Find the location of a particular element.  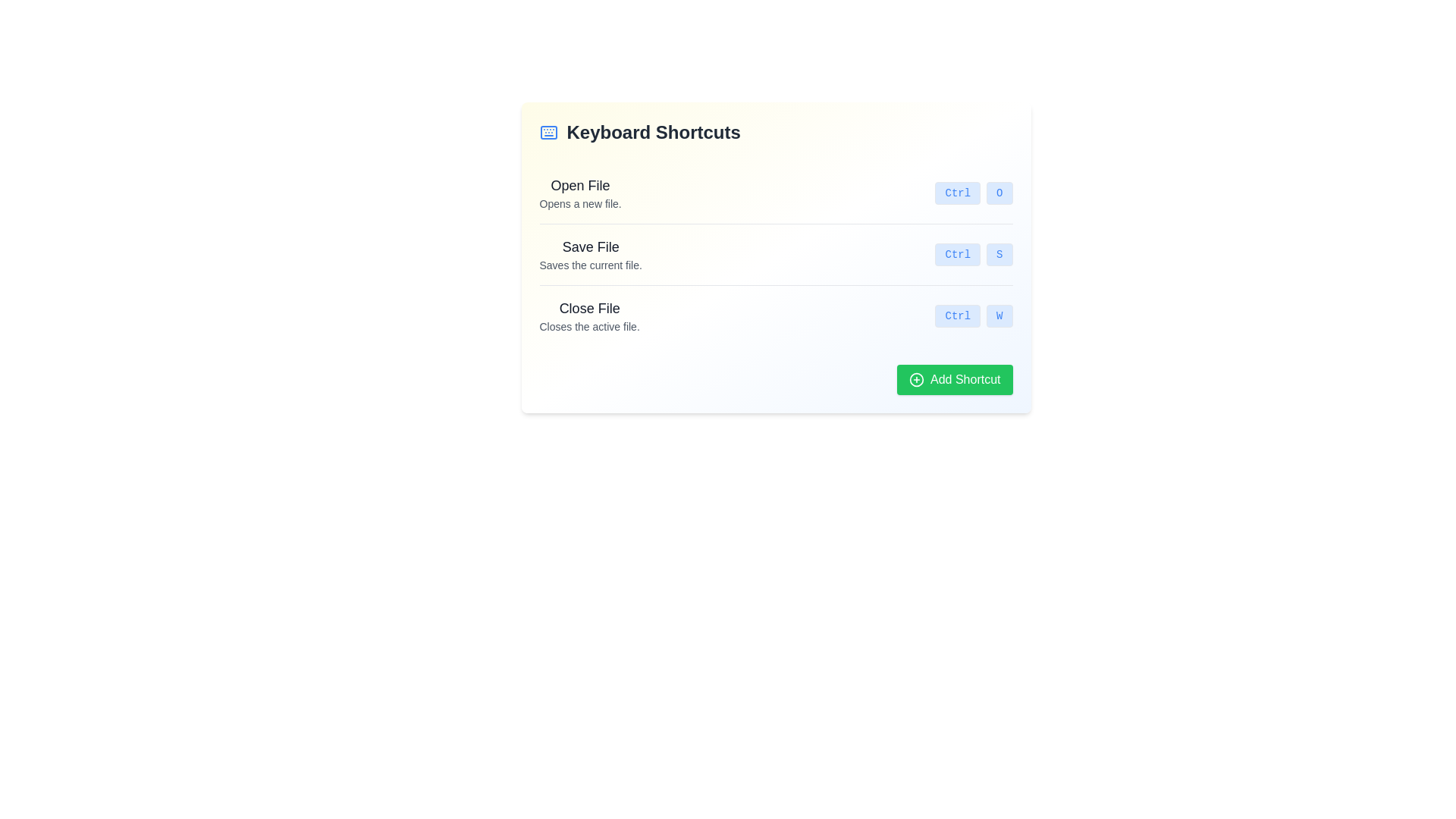

the blue tags labeled 'Ctrl' and 'S' in the 'Keyboard Shortcuts' section is located at coordinates (974, 253).